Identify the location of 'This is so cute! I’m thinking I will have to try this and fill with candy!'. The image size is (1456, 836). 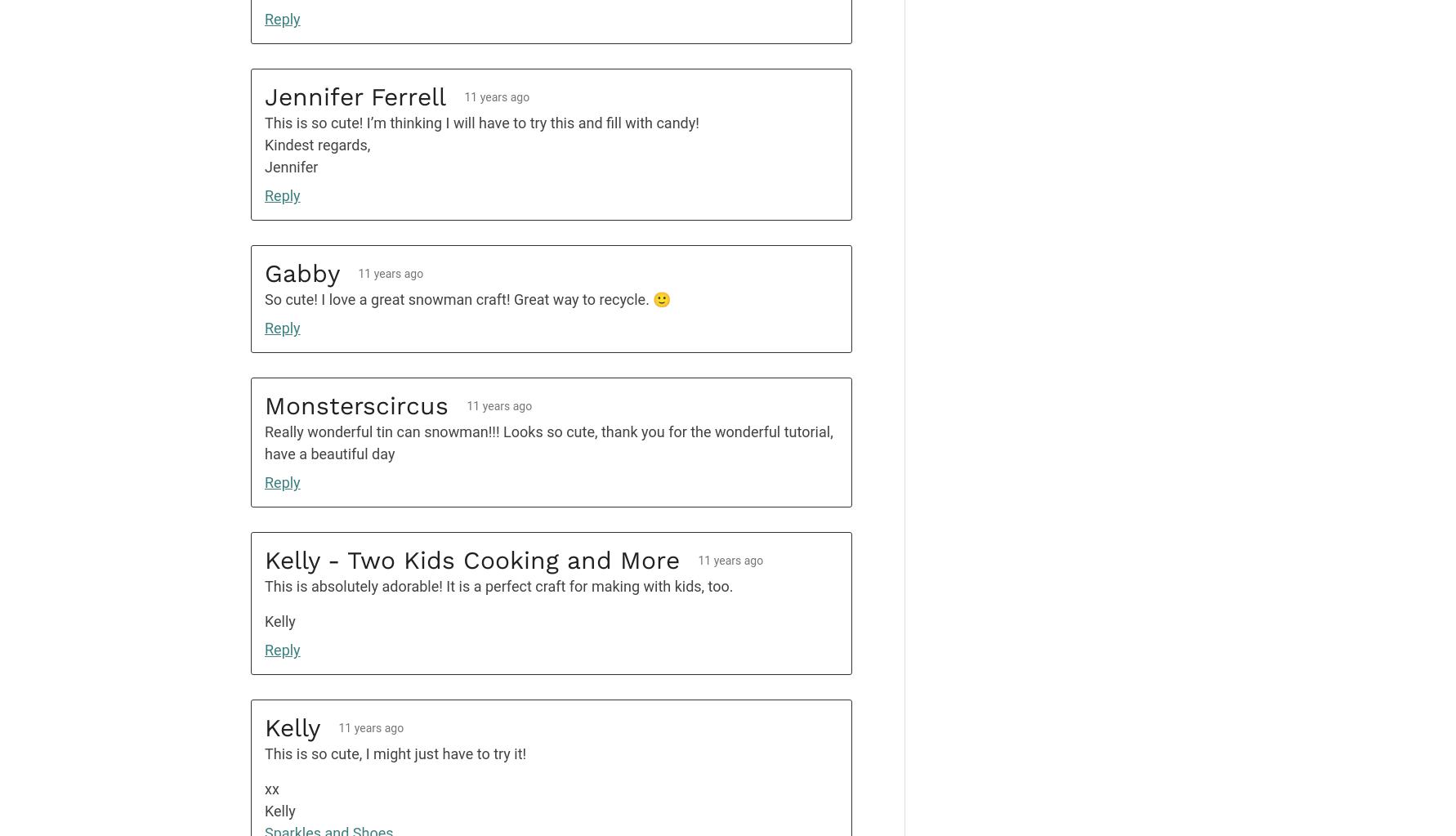
(481, 122).